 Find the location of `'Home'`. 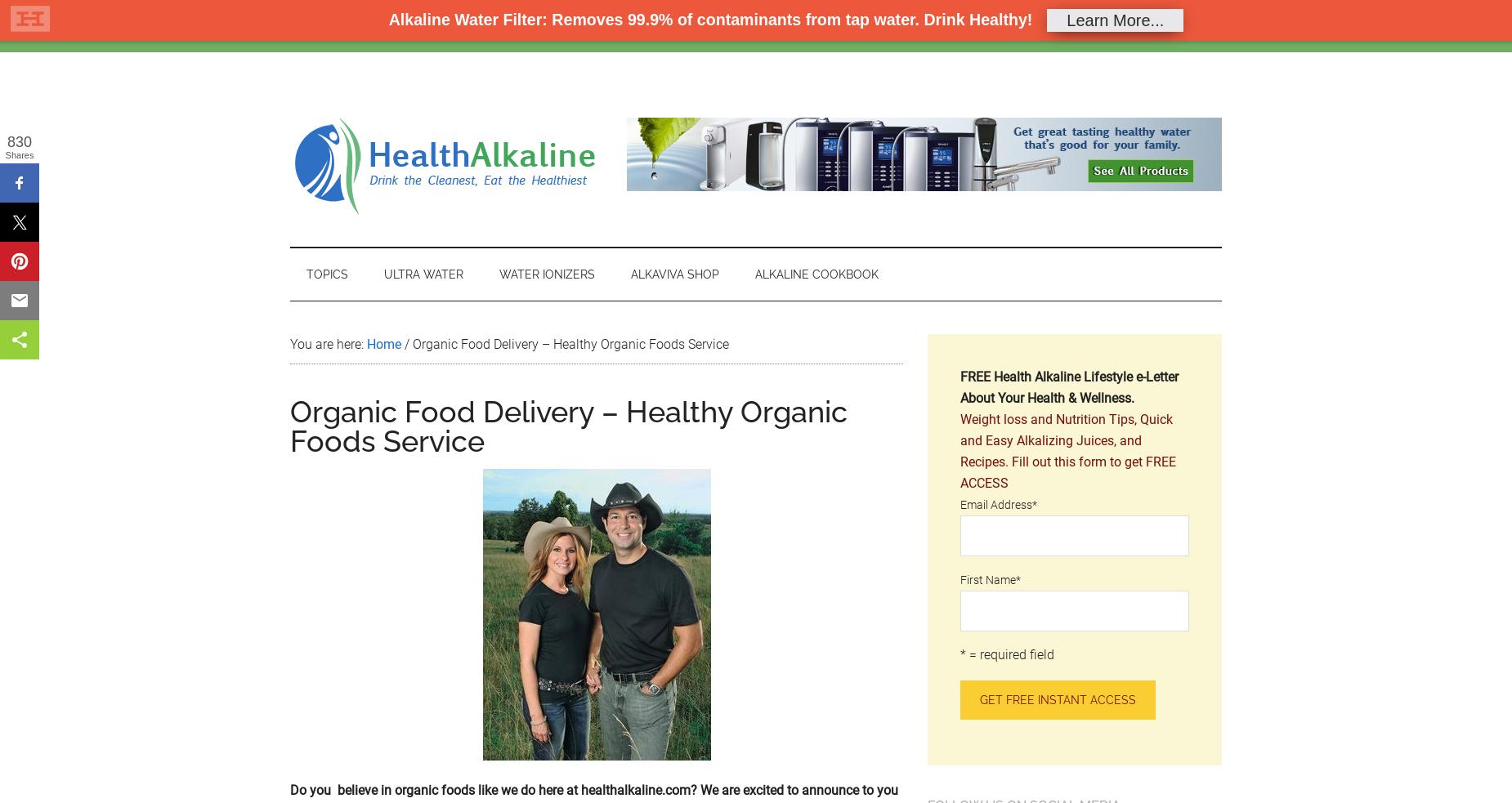

'Home' is located at coordinates (323, 25).